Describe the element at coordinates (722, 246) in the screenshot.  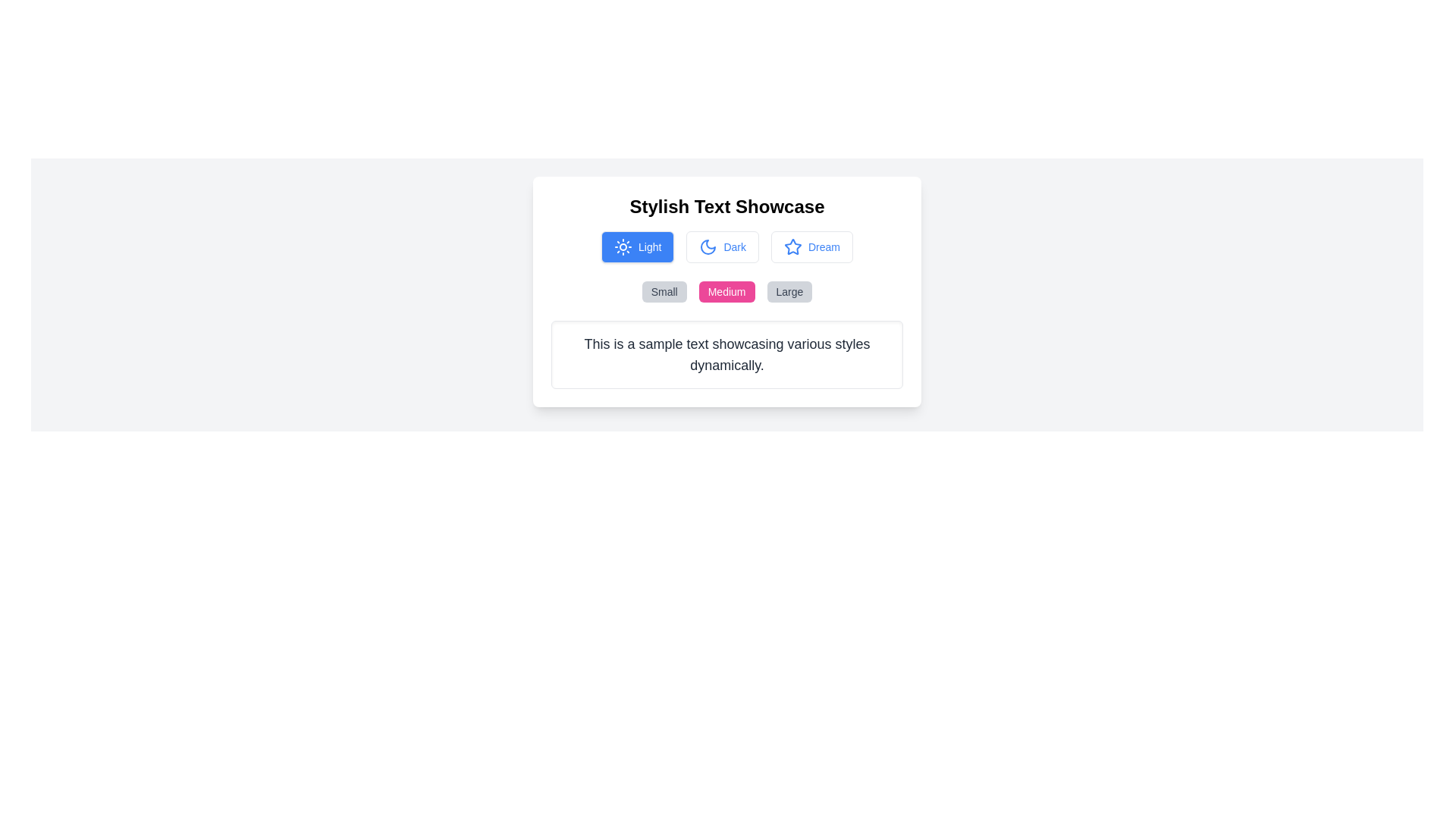
I see `keyboard navigation` at that location.